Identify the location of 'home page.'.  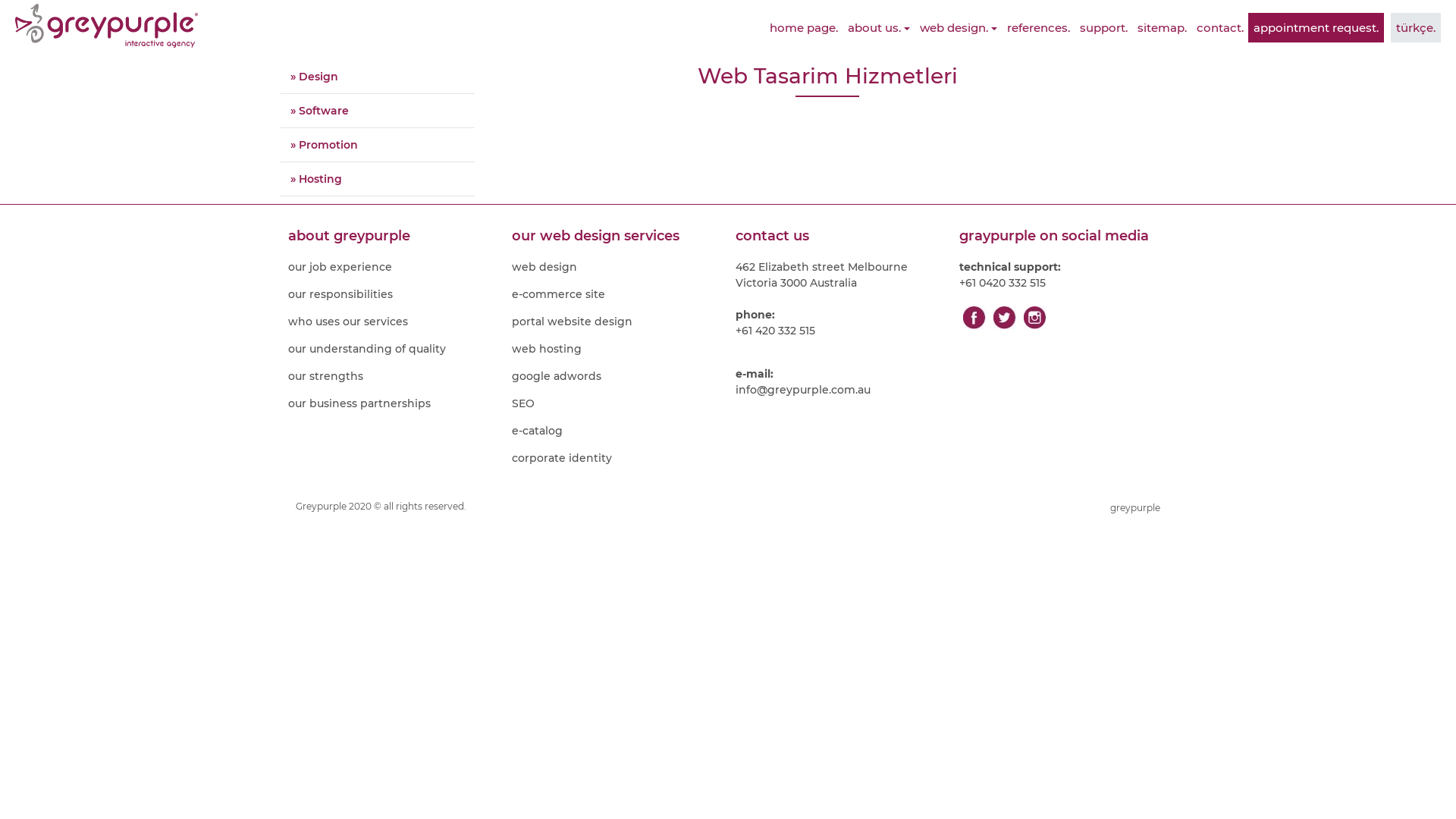
(803, 27).